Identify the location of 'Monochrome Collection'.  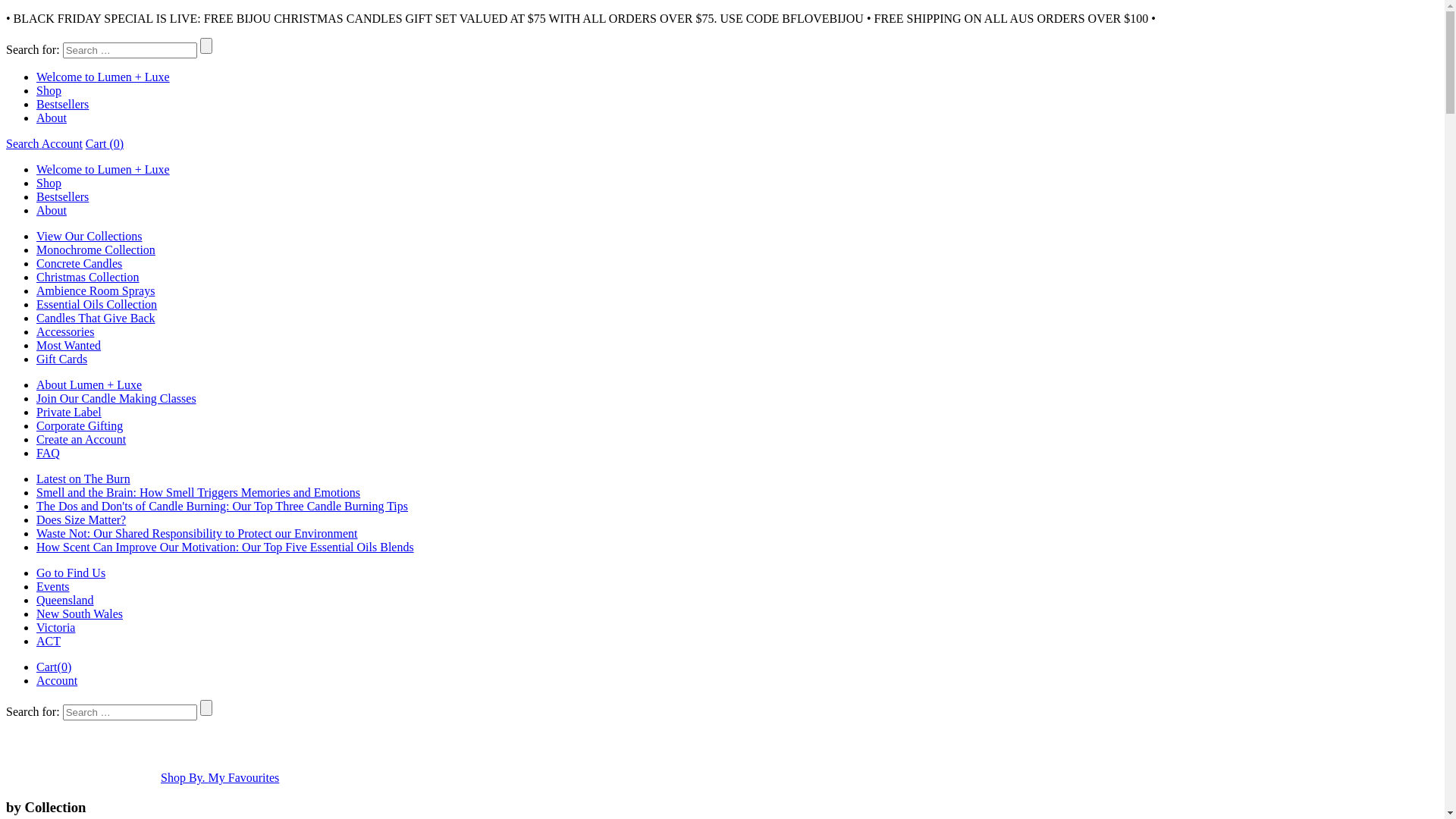
(36, 249).